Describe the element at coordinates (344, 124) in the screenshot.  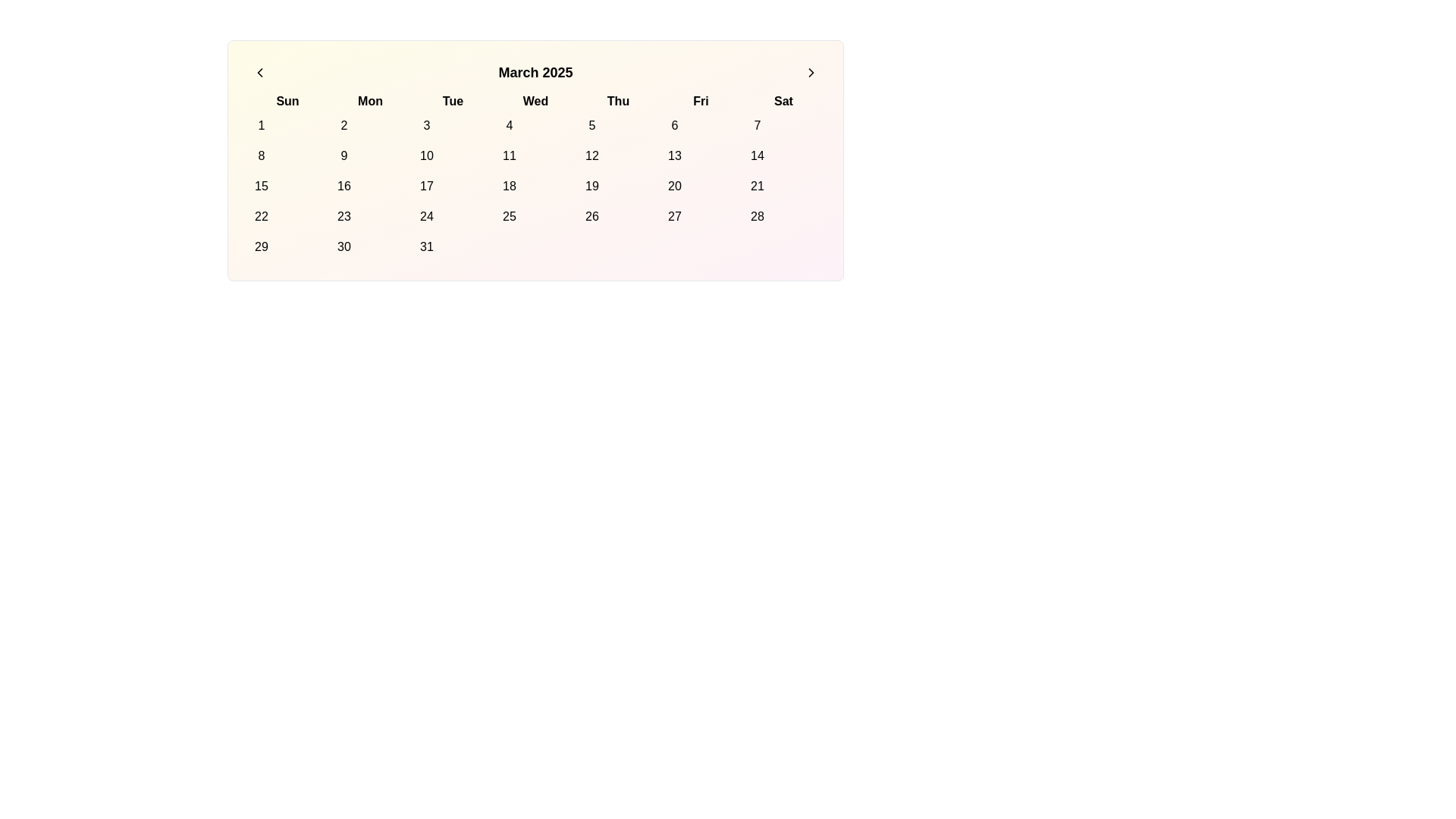
I see `the circular button labeled '2' located in the first row under the 'Mon' column of the calendar grid` at that location.